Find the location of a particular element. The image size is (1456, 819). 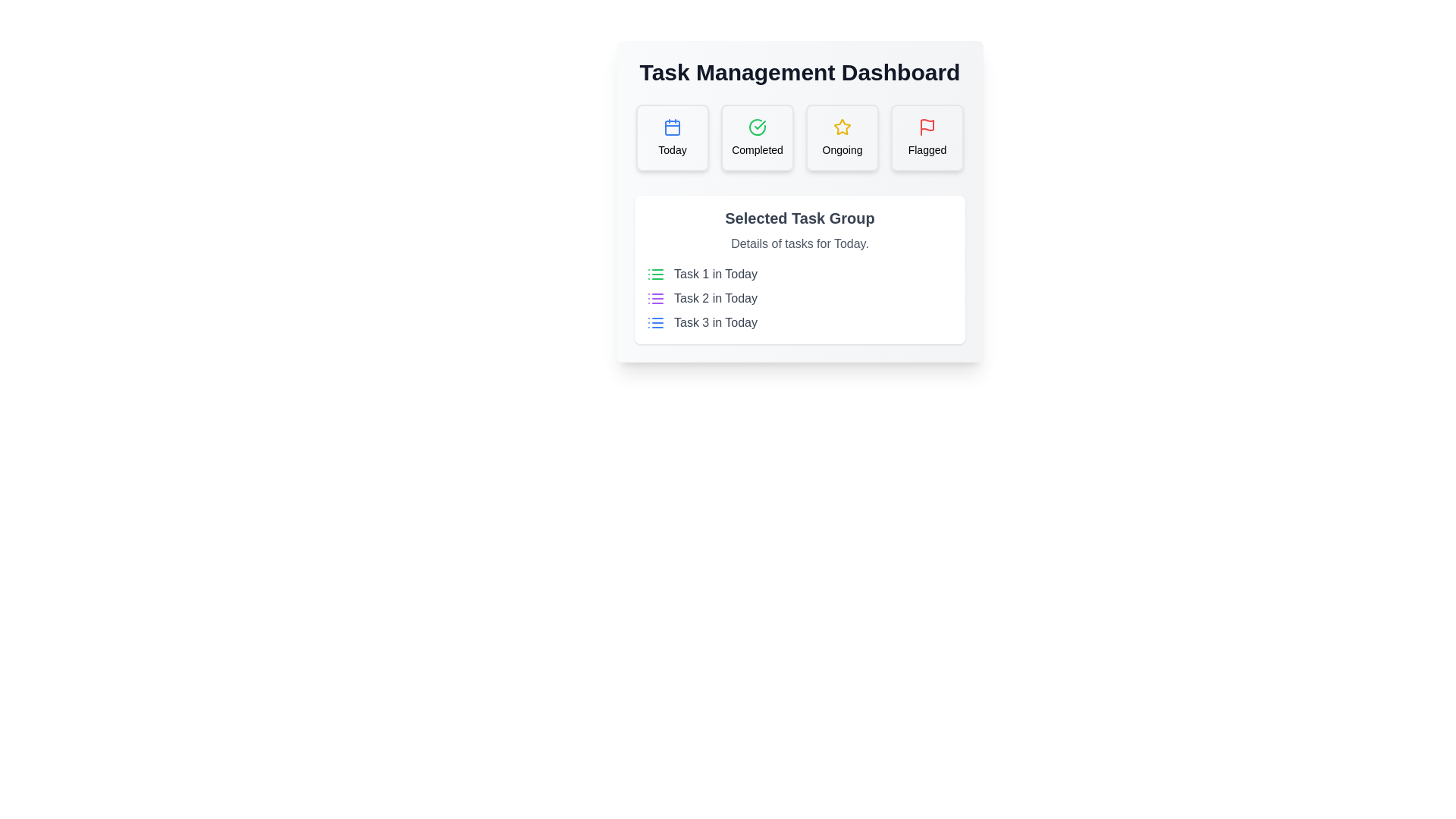

text label displaying the word 'Today', which is centrally aligned under a button on the upper-left side of the interface is located at coordinates (672, 149).